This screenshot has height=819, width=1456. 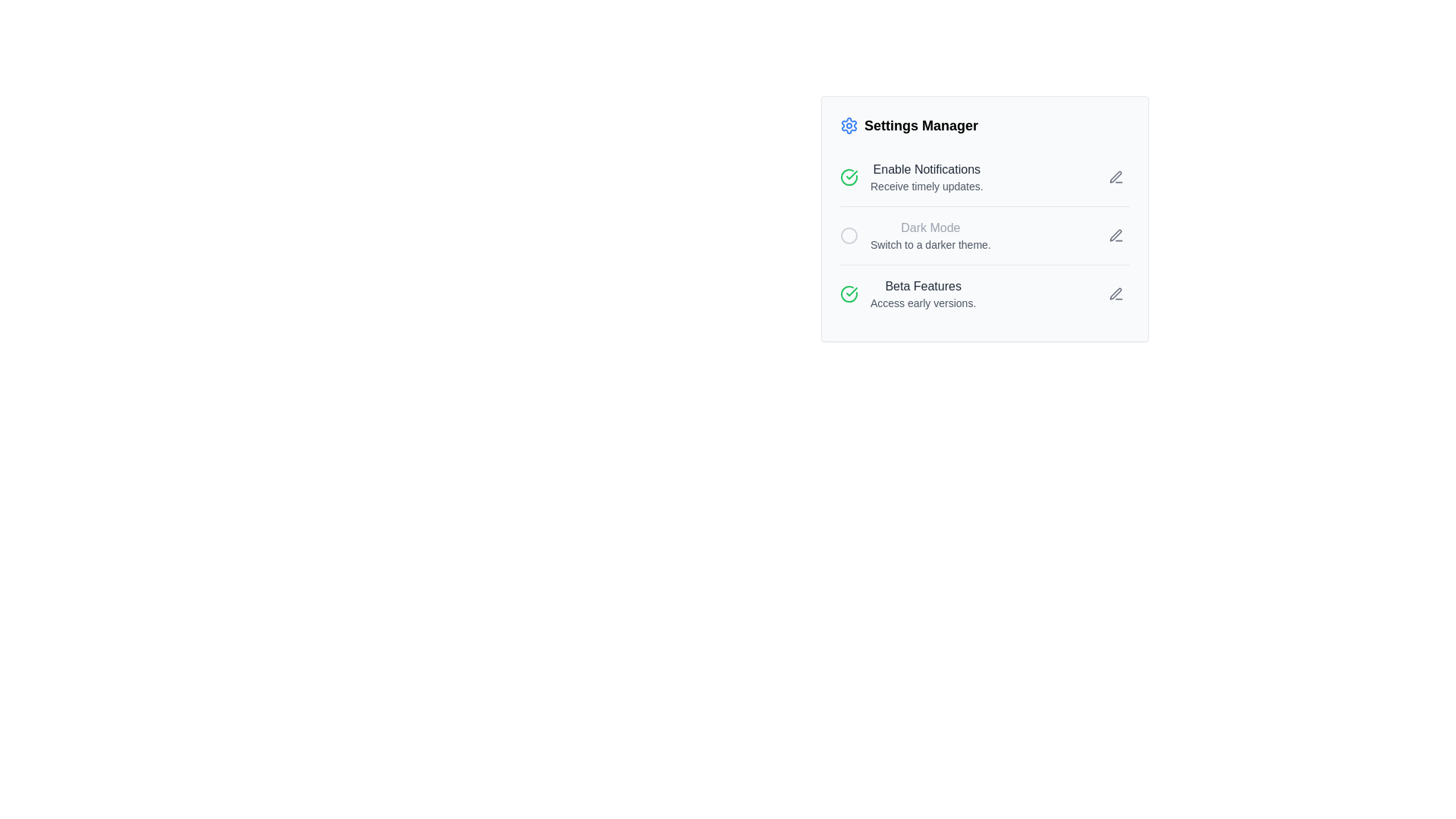 I want to click on the checkbox located to the left of the 'Enable Notifications' text, so click(x=848, y=177).